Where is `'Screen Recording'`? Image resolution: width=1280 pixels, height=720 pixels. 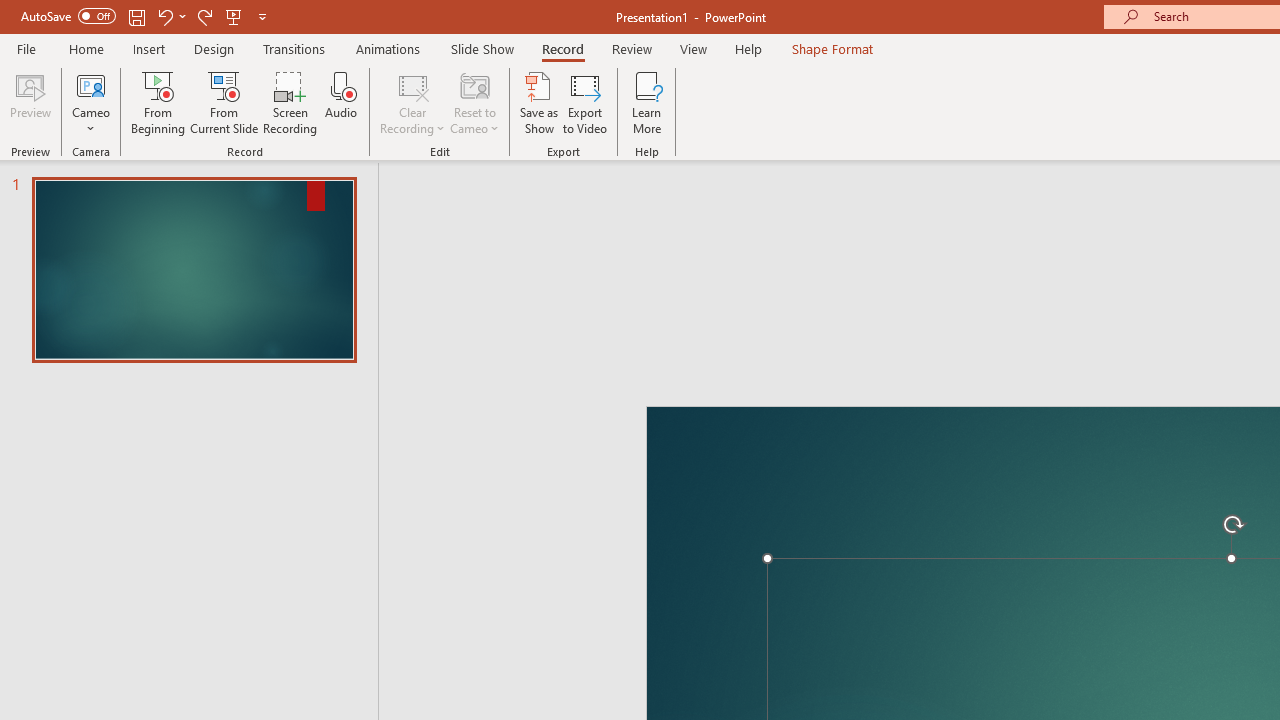
'Screen Recording' is located at coordinates (289, 103).